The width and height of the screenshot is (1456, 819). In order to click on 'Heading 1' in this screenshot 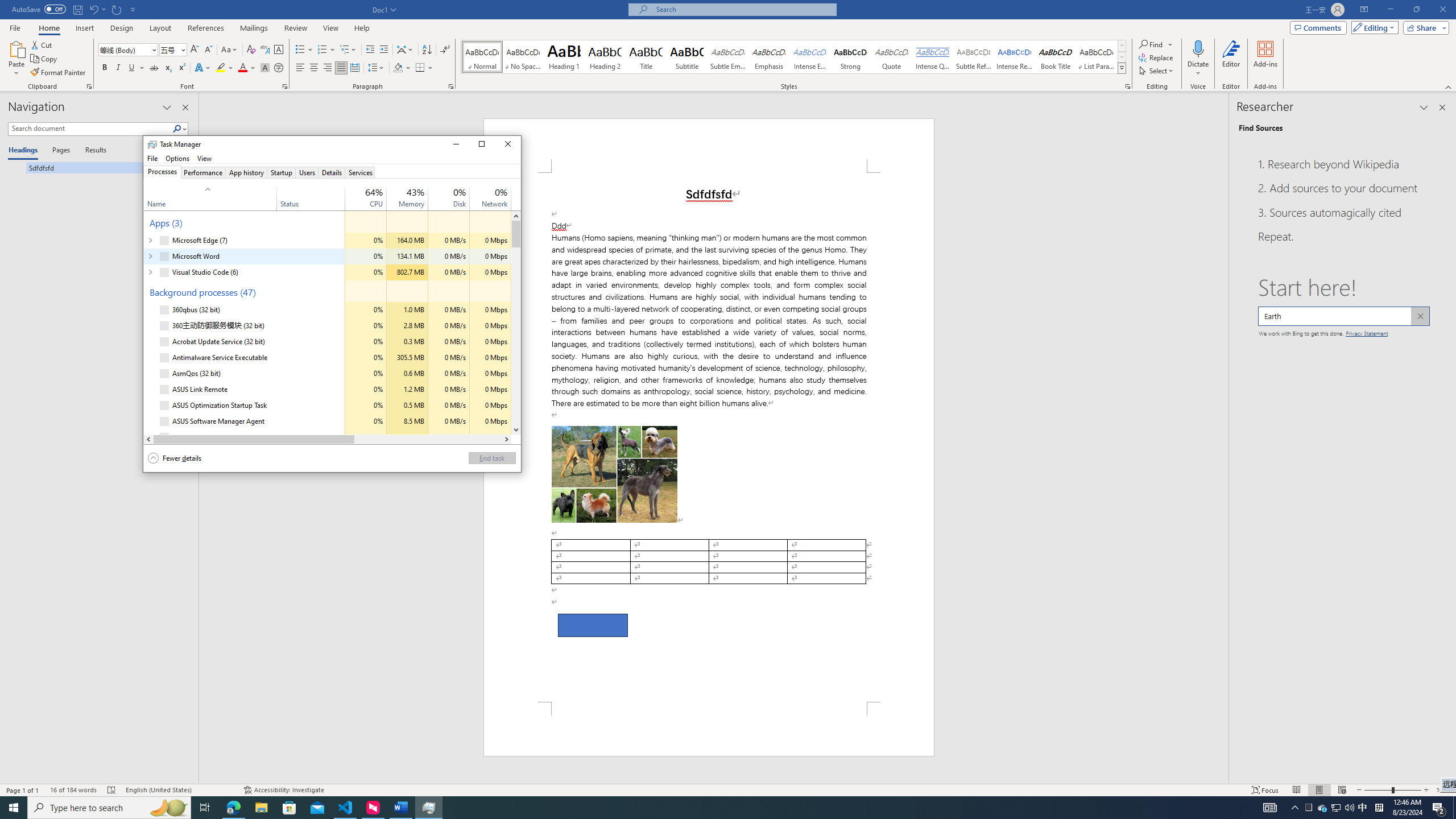, I will do `click(564, 56)`.